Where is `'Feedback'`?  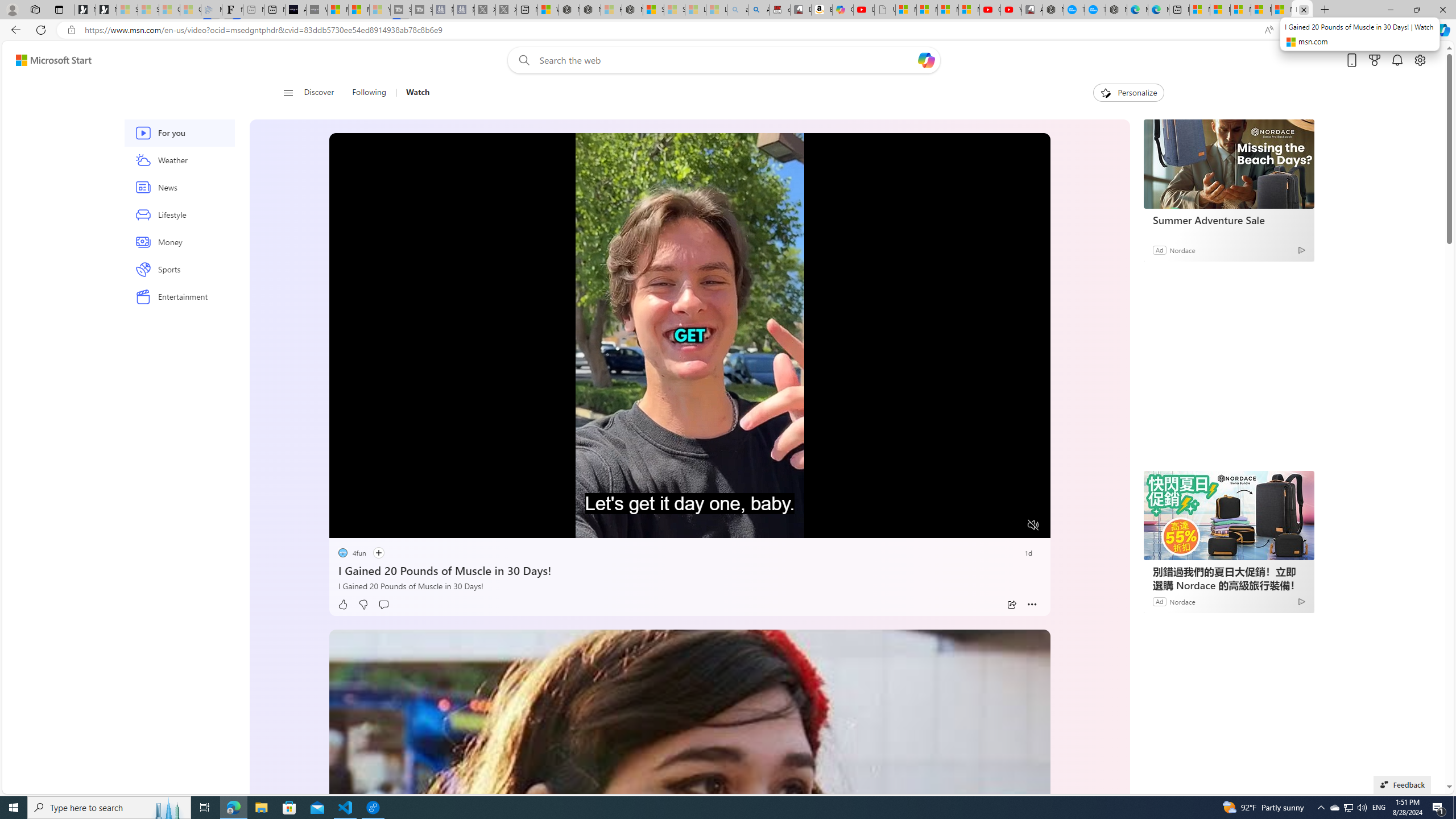
'Feedback' is located at coordinates (1402, 784).